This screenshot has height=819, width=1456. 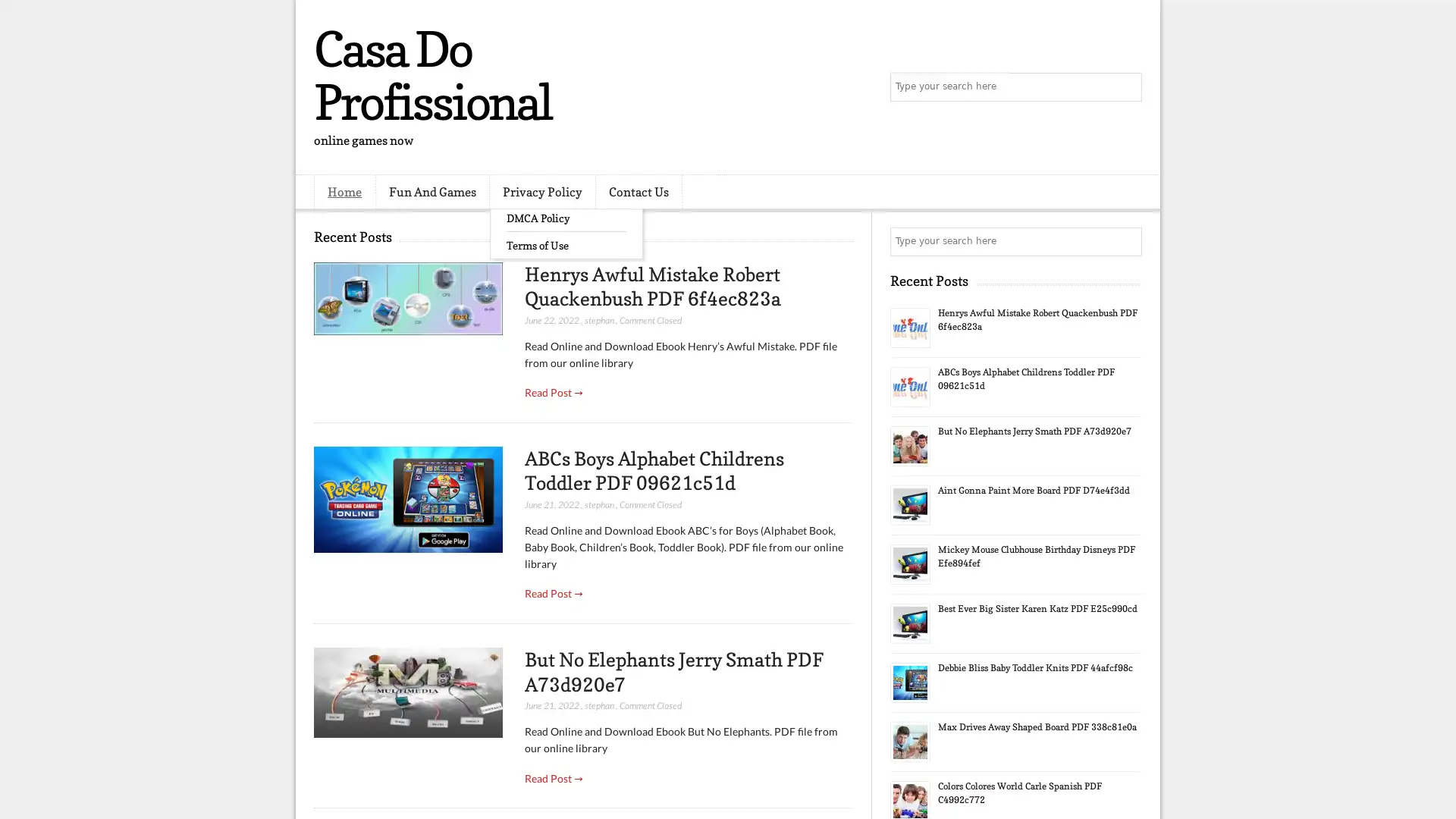 I want to click on Search, so click(x=1126, y=87).